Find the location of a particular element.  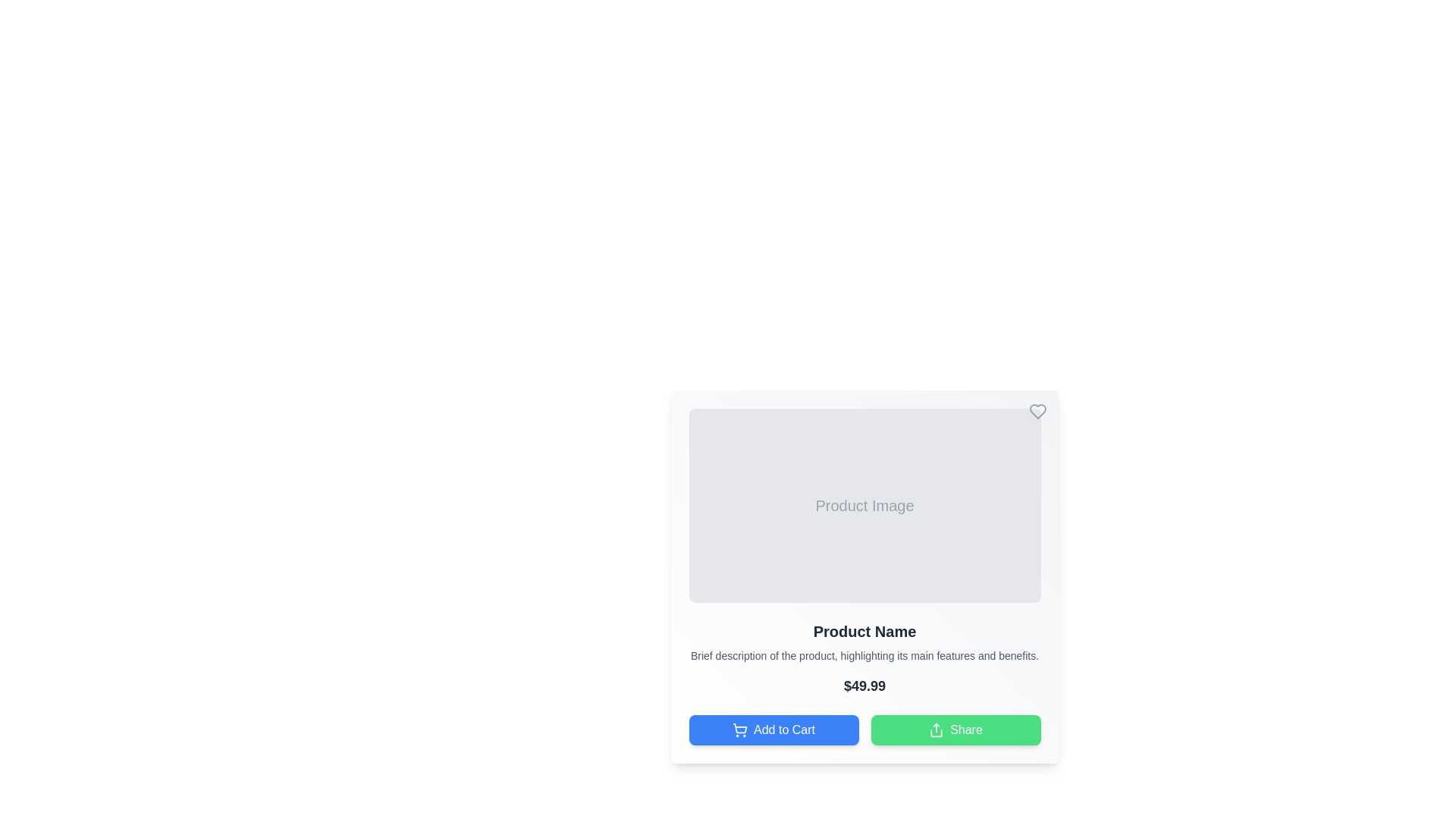

the button labeled for adding an item to the shopping cart, located within a blue button towards the bottom-left of a card layout, next to the green 'Share' button is located at coordinates (784, 730).